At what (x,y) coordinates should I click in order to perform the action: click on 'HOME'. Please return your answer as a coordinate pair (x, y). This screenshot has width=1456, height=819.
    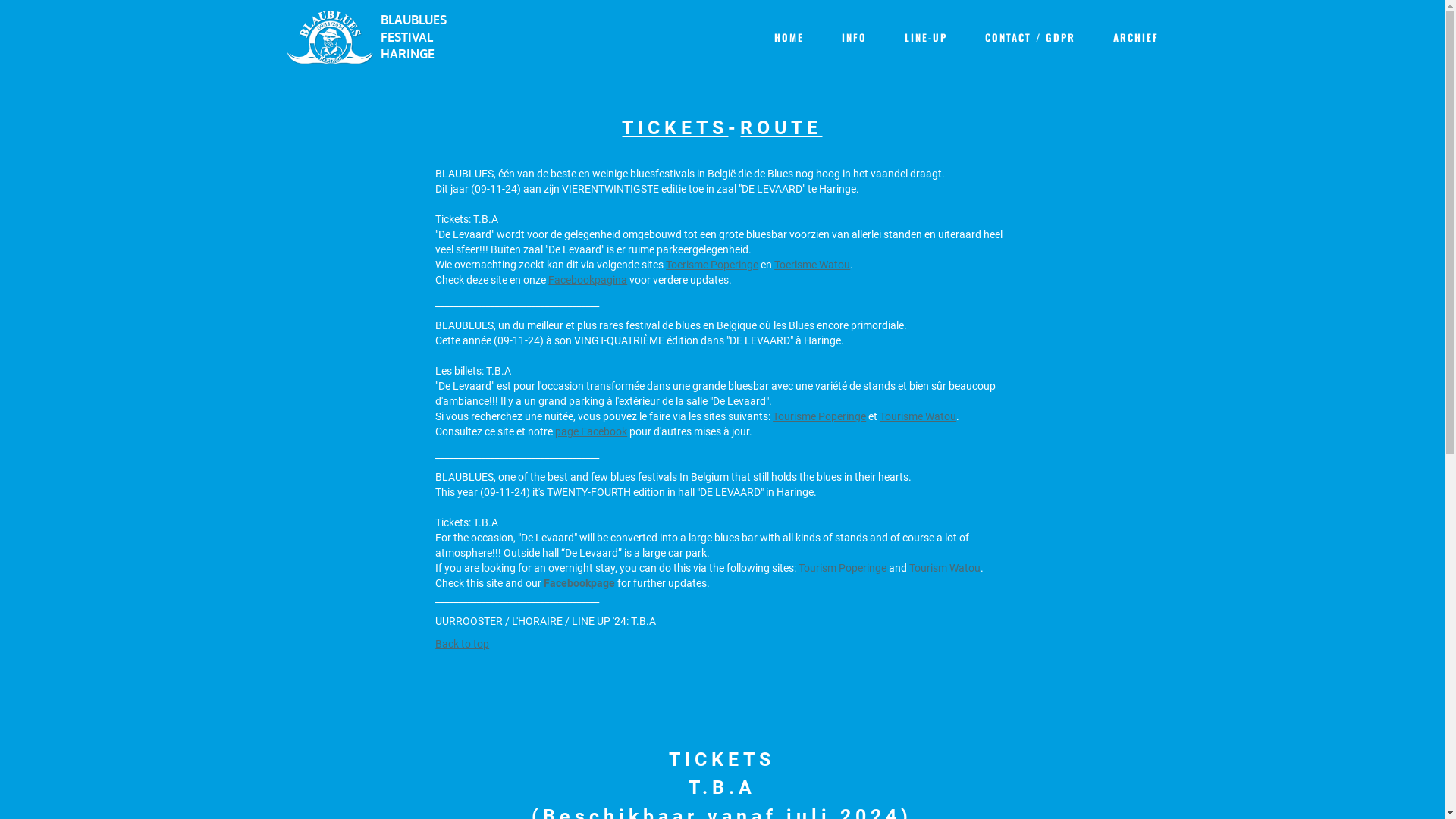
    Looking at the image, I should click on (788, 36).